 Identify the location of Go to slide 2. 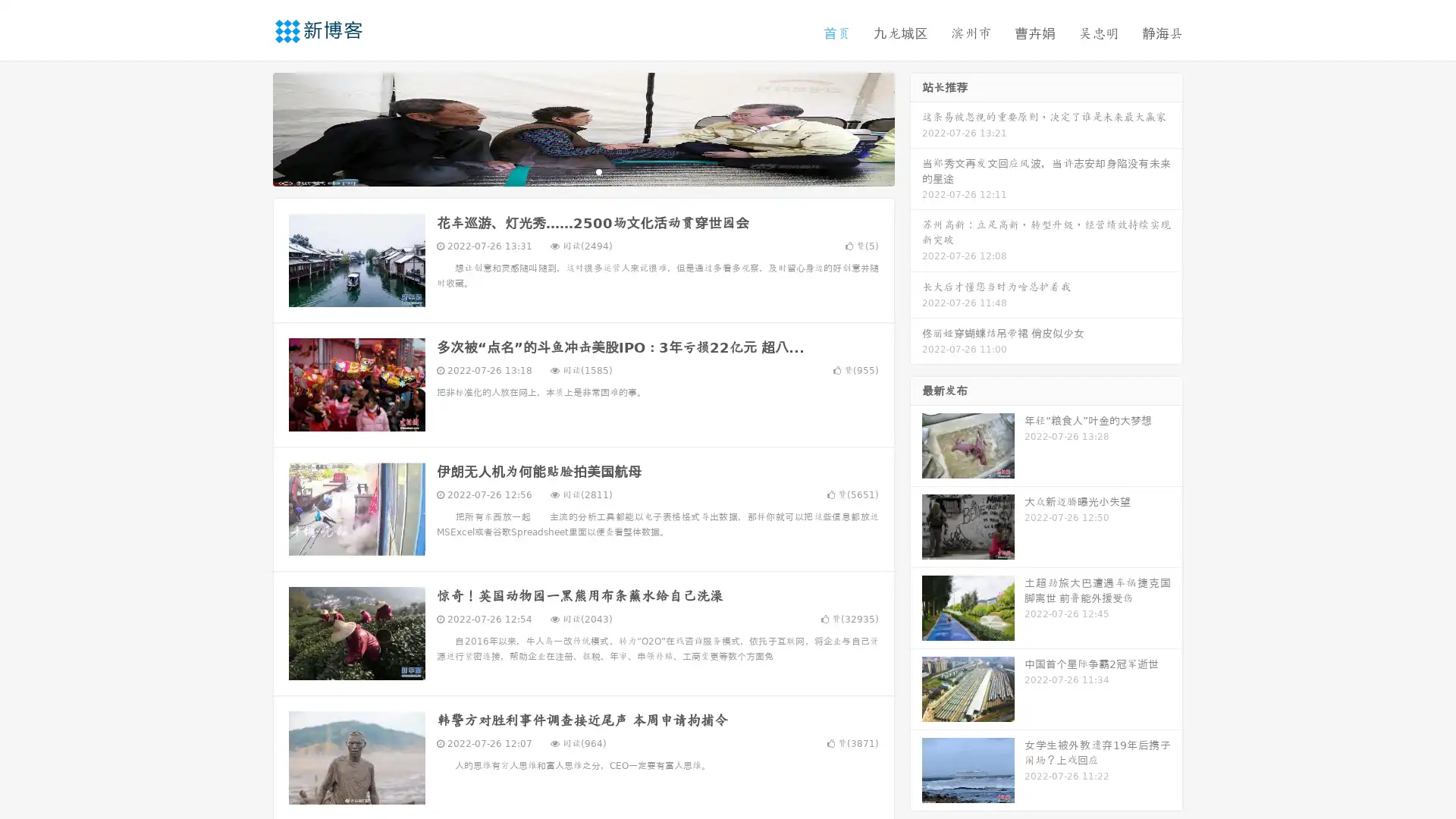
(582, 171).